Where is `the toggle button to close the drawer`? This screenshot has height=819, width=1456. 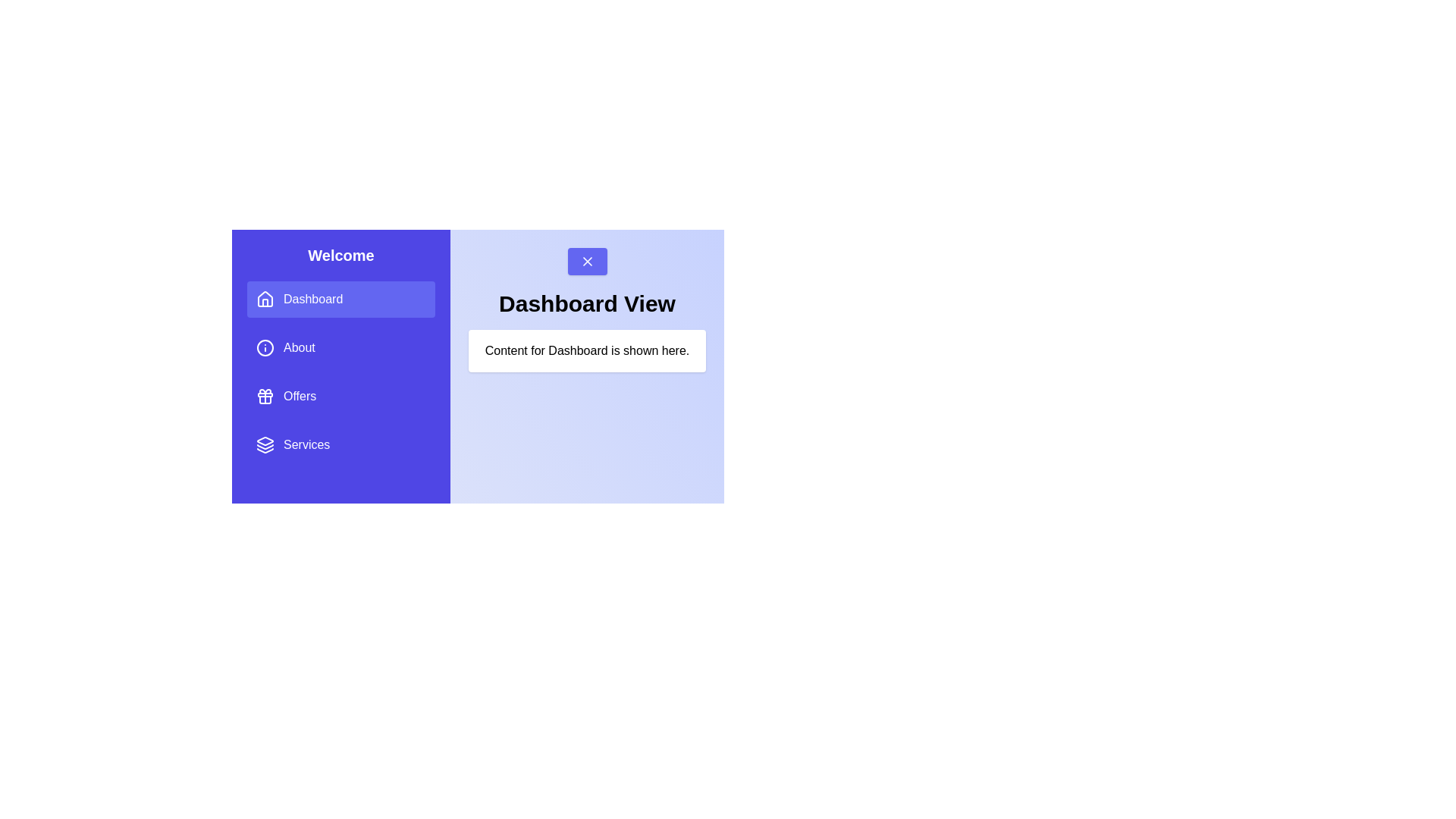
the toggle button to close the drawer is located at coordinates (586, 260).